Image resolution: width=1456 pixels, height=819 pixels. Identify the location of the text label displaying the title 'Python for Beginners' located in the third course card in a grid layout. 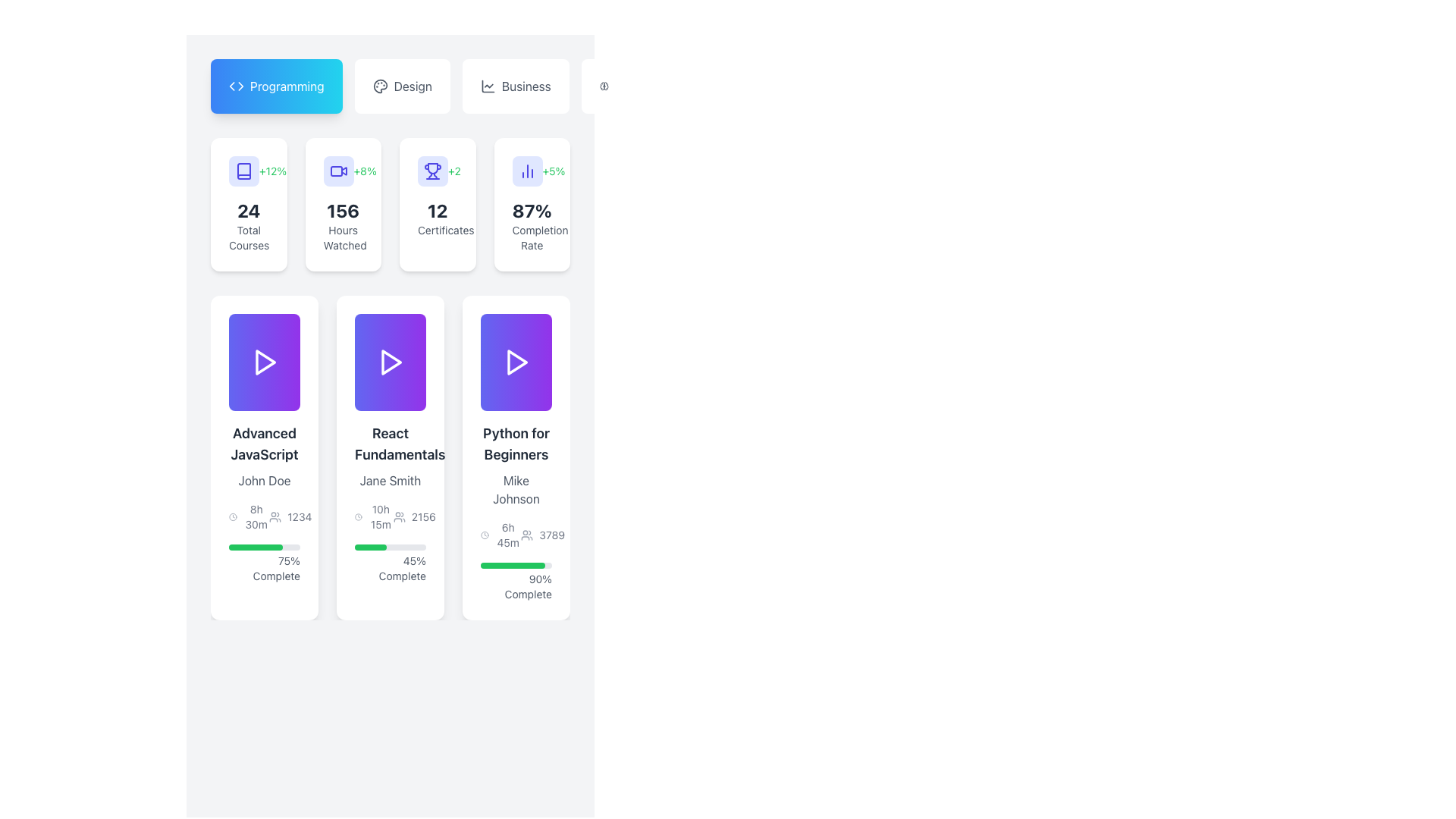
(516, 444).